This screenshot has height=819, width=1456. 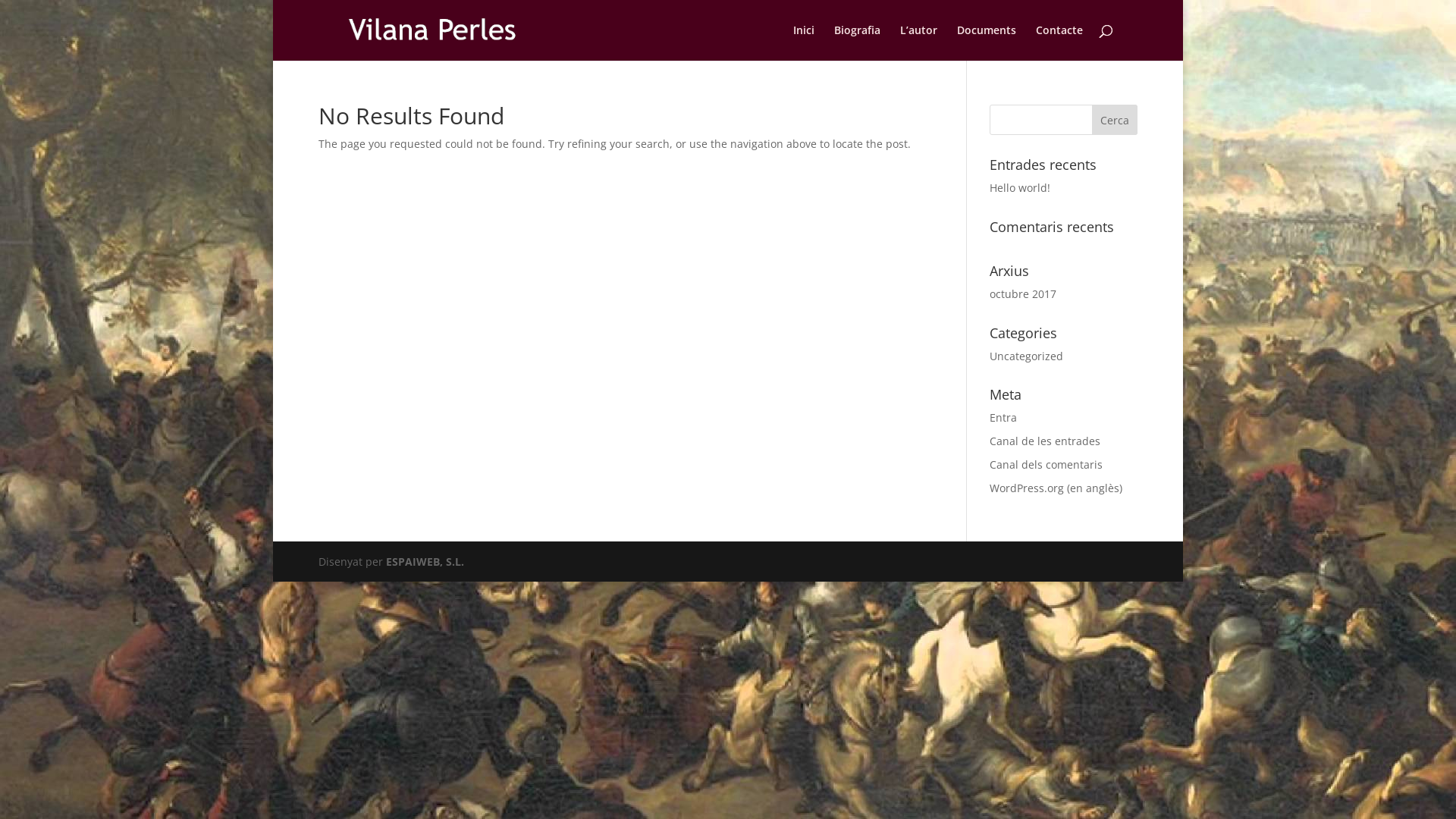 What do you see at coordinates (1019, 187) in the screenshot?
I see `'Hello world!'` at bounding box center [1019, 187].